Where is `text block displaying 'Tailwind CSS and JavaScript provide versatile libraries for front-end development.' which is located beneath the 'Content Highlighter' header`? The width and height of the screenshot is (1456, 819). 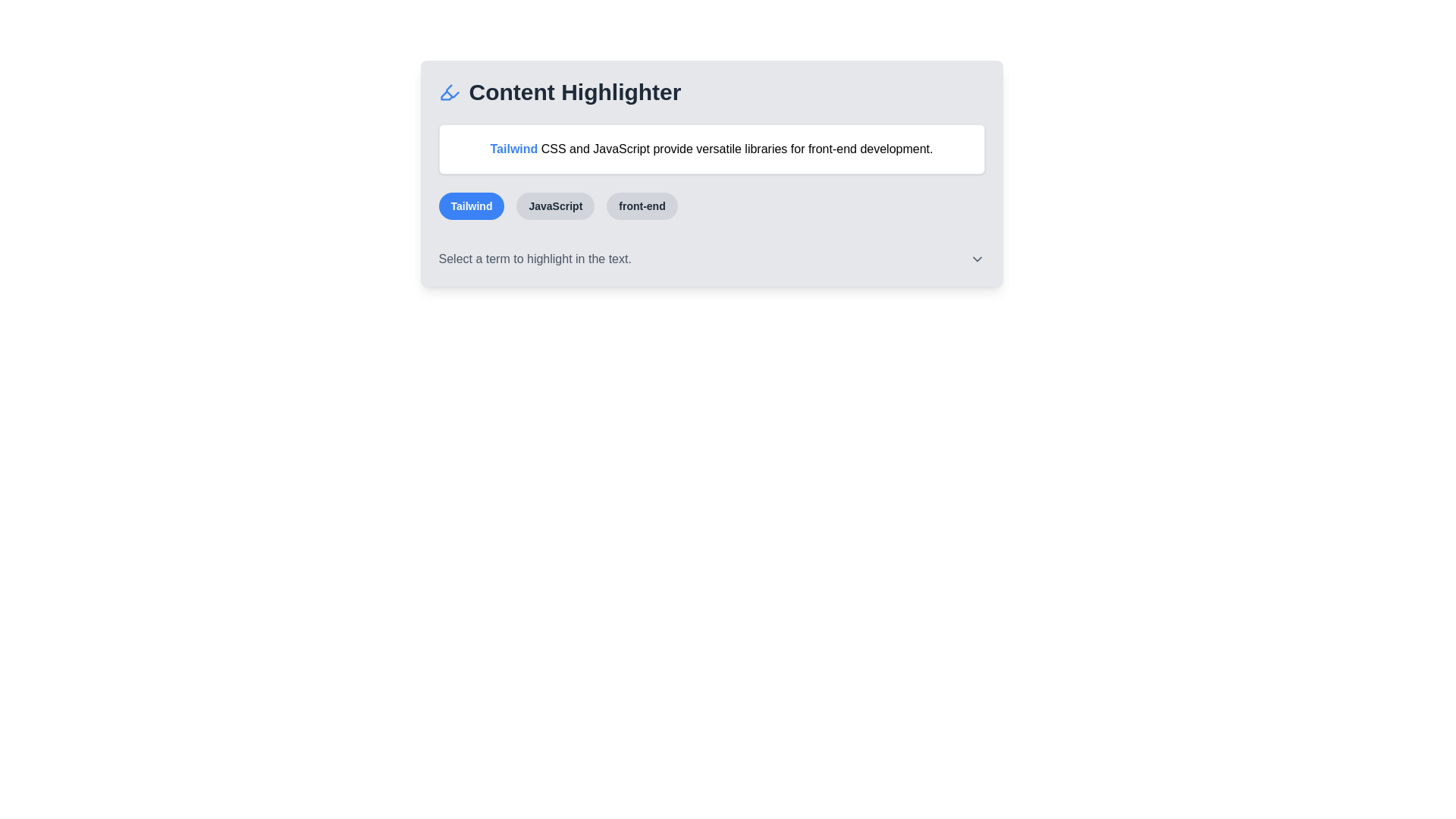
text block displaying 'Tailwind CSS and JavaScript provide versatile libraries for front-end development.' which is located beneath the 'Content Highlighter' header is located at coordinates (711, 149).